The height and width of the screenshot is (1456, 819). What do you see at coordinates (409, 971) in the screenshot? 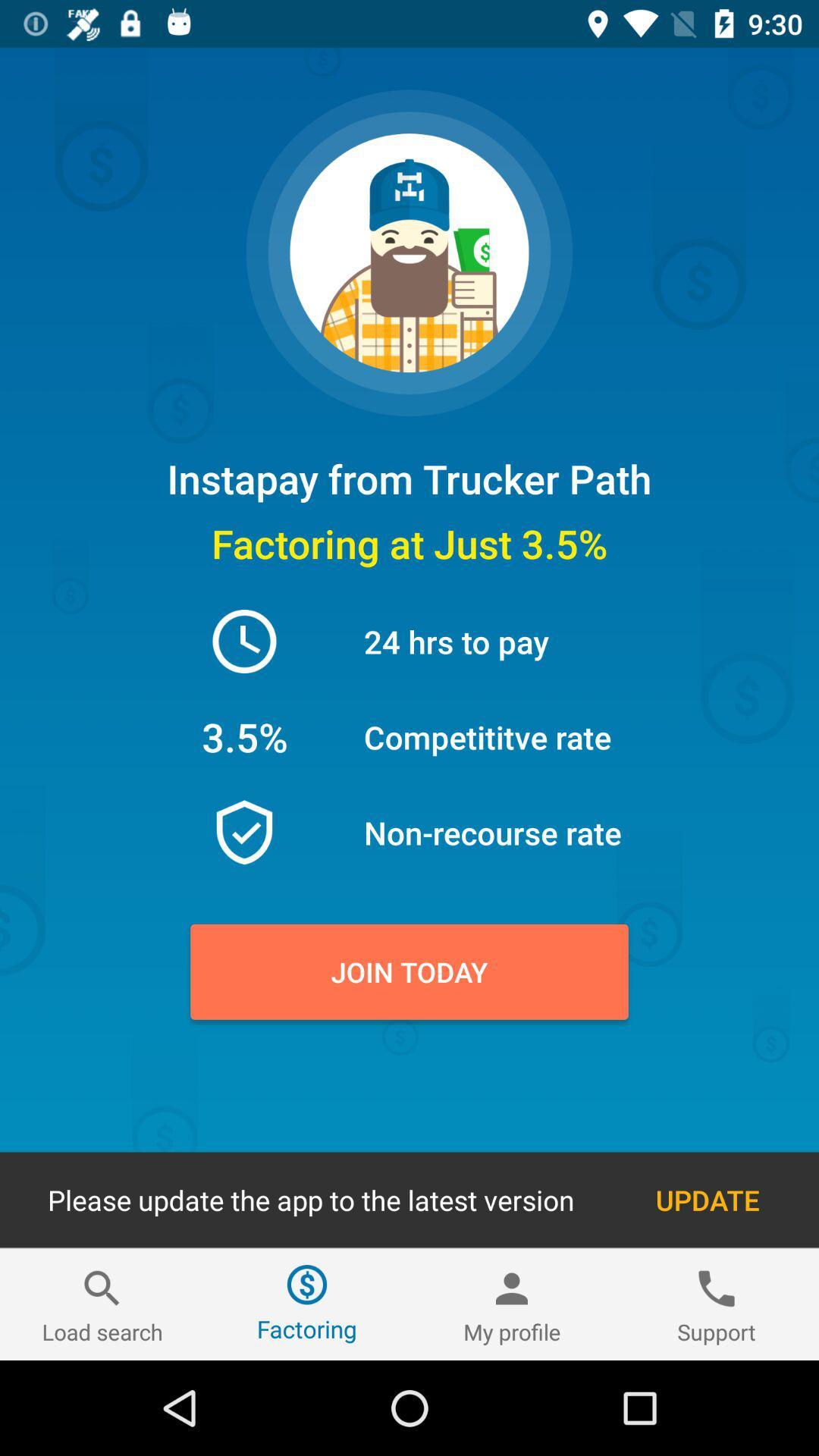
I see `join today icon` at bounding box center [409, 971].